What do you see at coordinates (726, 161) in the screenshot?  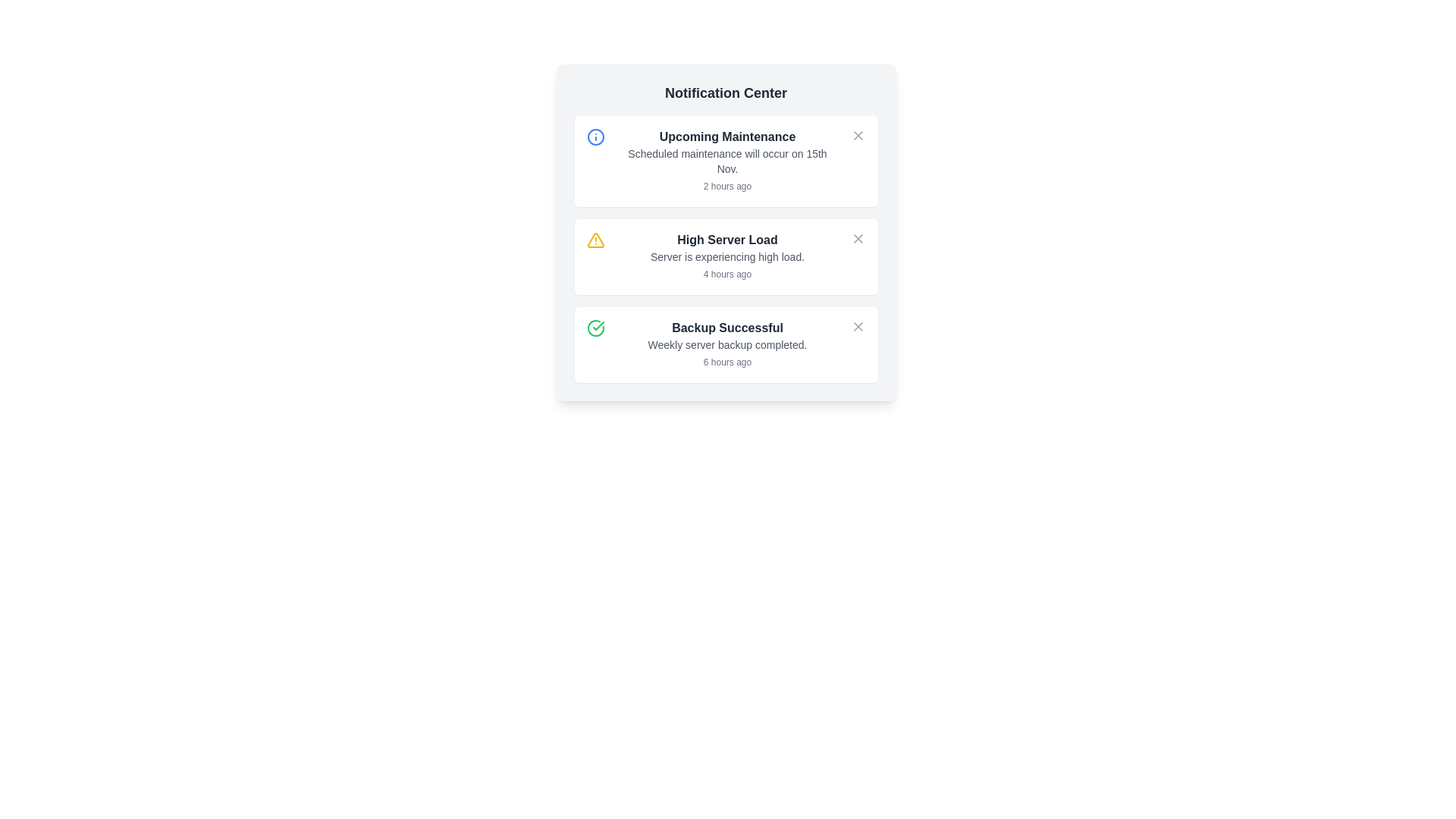 I see `the informational text element that provides additional details about the 'Upcoming Maintenance' notification, positioned centrally within the notification box` at bounding box center [726, 161].